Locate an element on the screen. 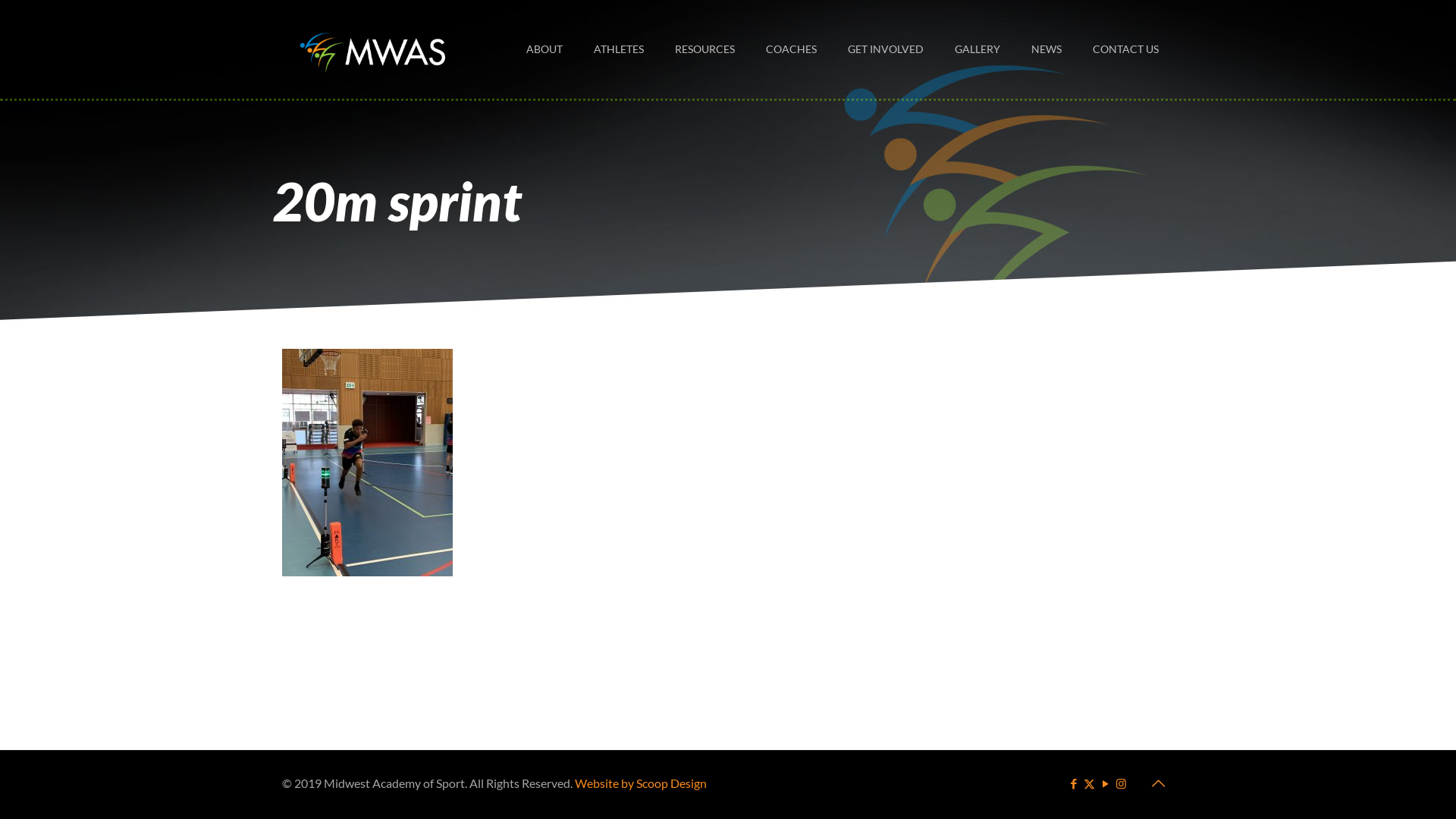 This screenshot has width=1456, height=819. 'NEWS' is located at coordinates (1046, 49).